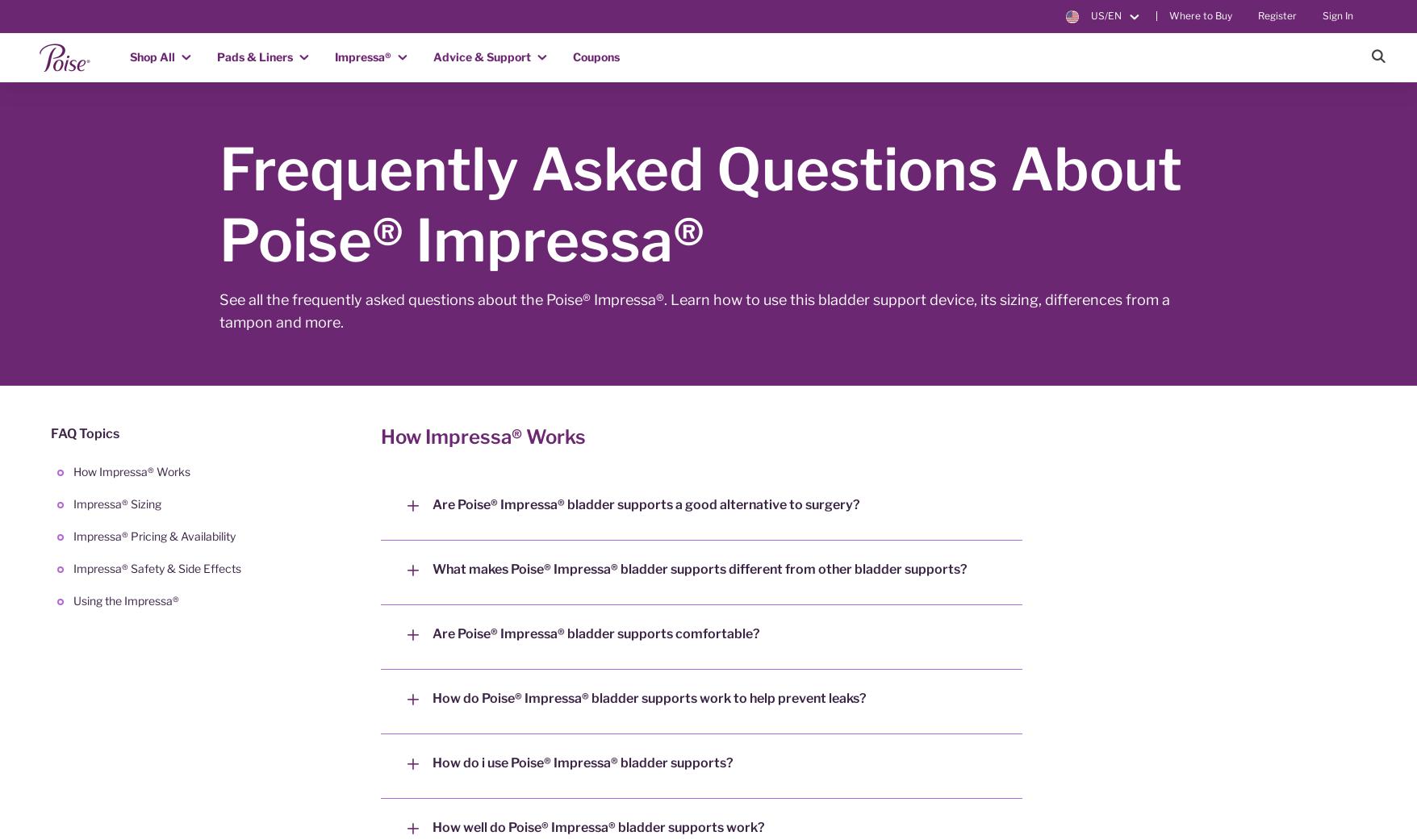 The image size is (1417, 840). What do you see at coordinates (73, 504) in the screenshot?
I see `'Impressa® Sizing'` at bounding box center [73, 504].